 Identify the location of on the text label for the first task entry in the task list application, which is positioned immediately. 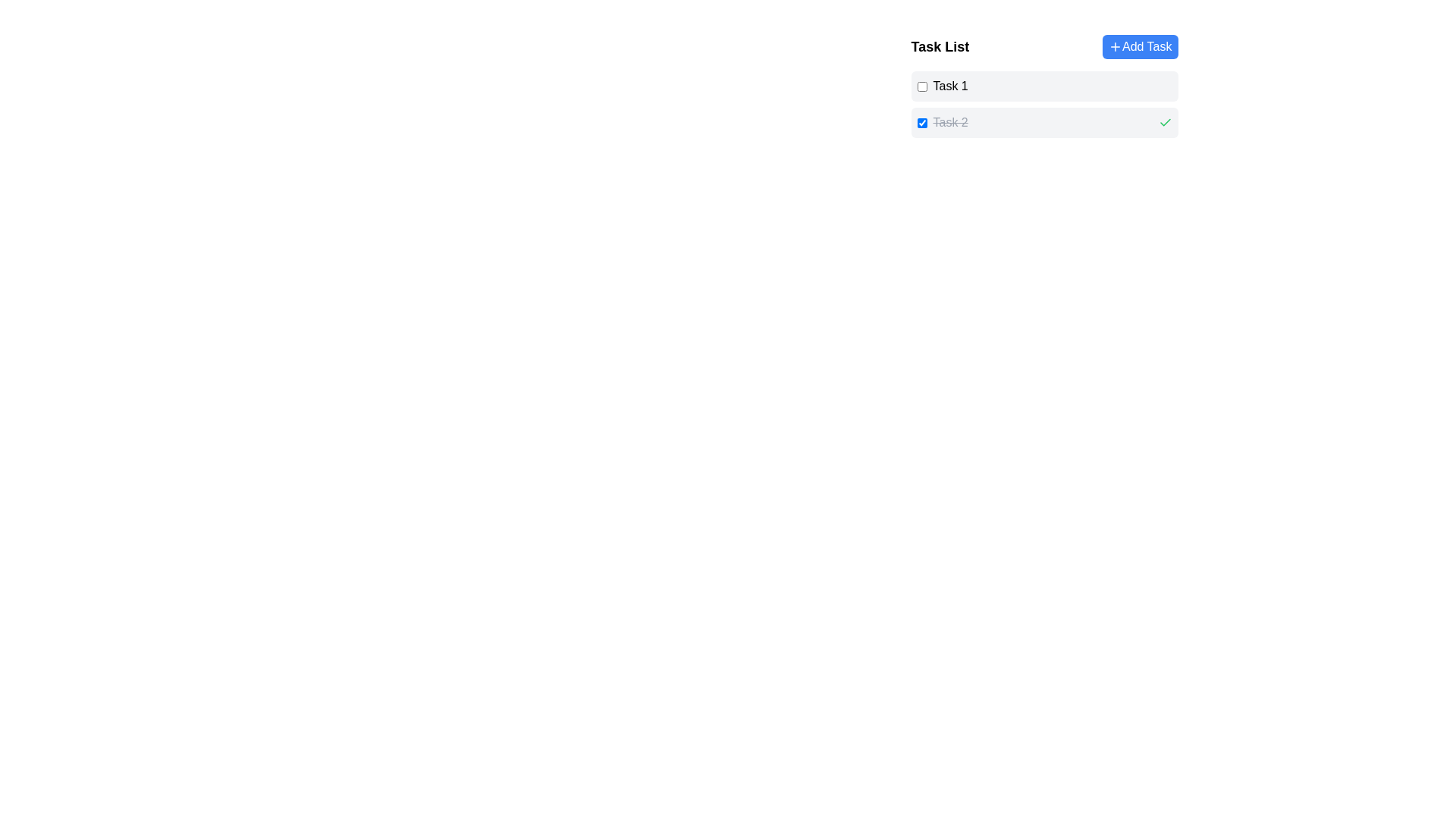
(942, 86).